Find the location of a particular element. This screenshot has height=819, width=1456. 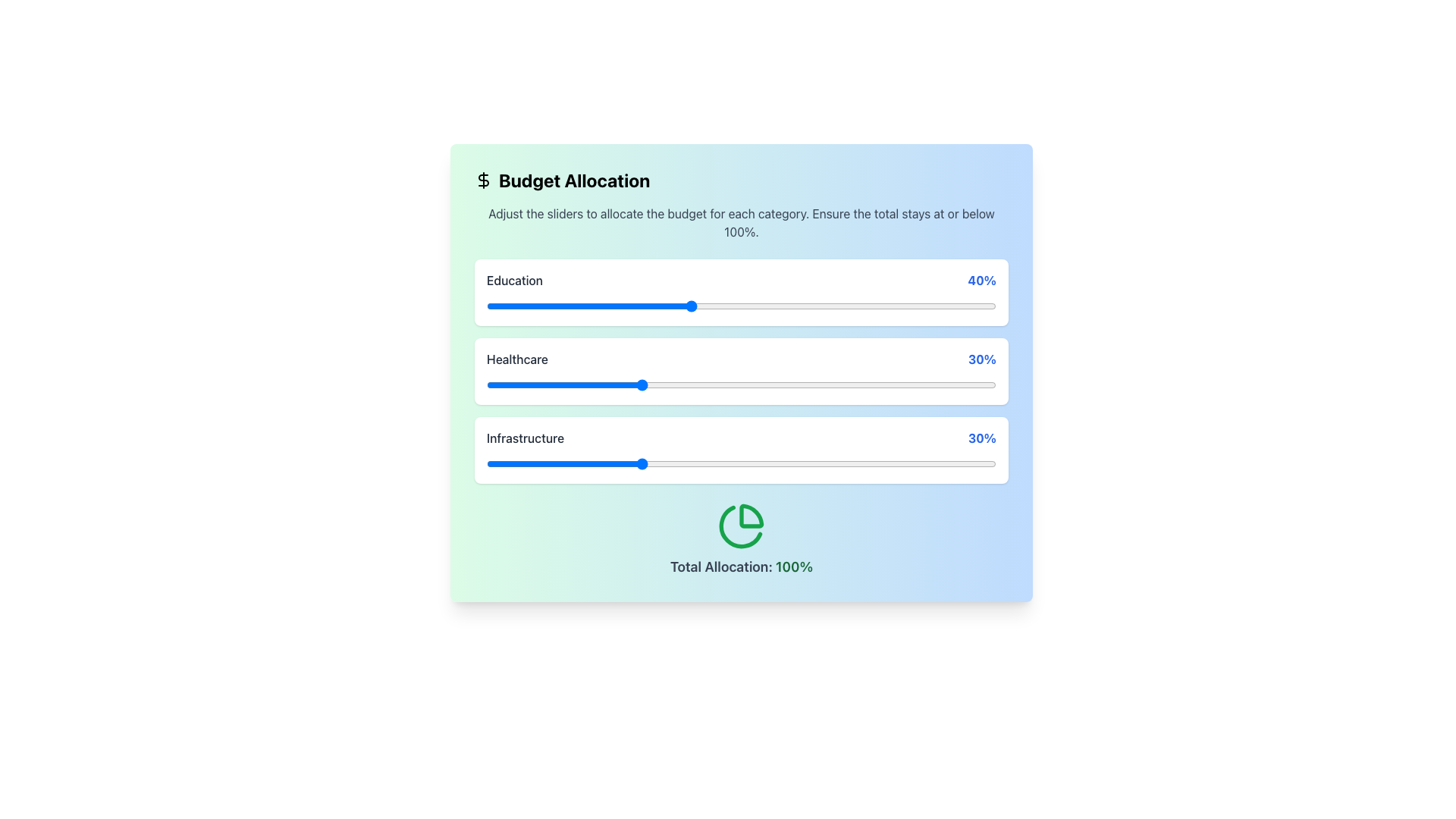

healthcare budget allocation is located at coordinates (710, 384).